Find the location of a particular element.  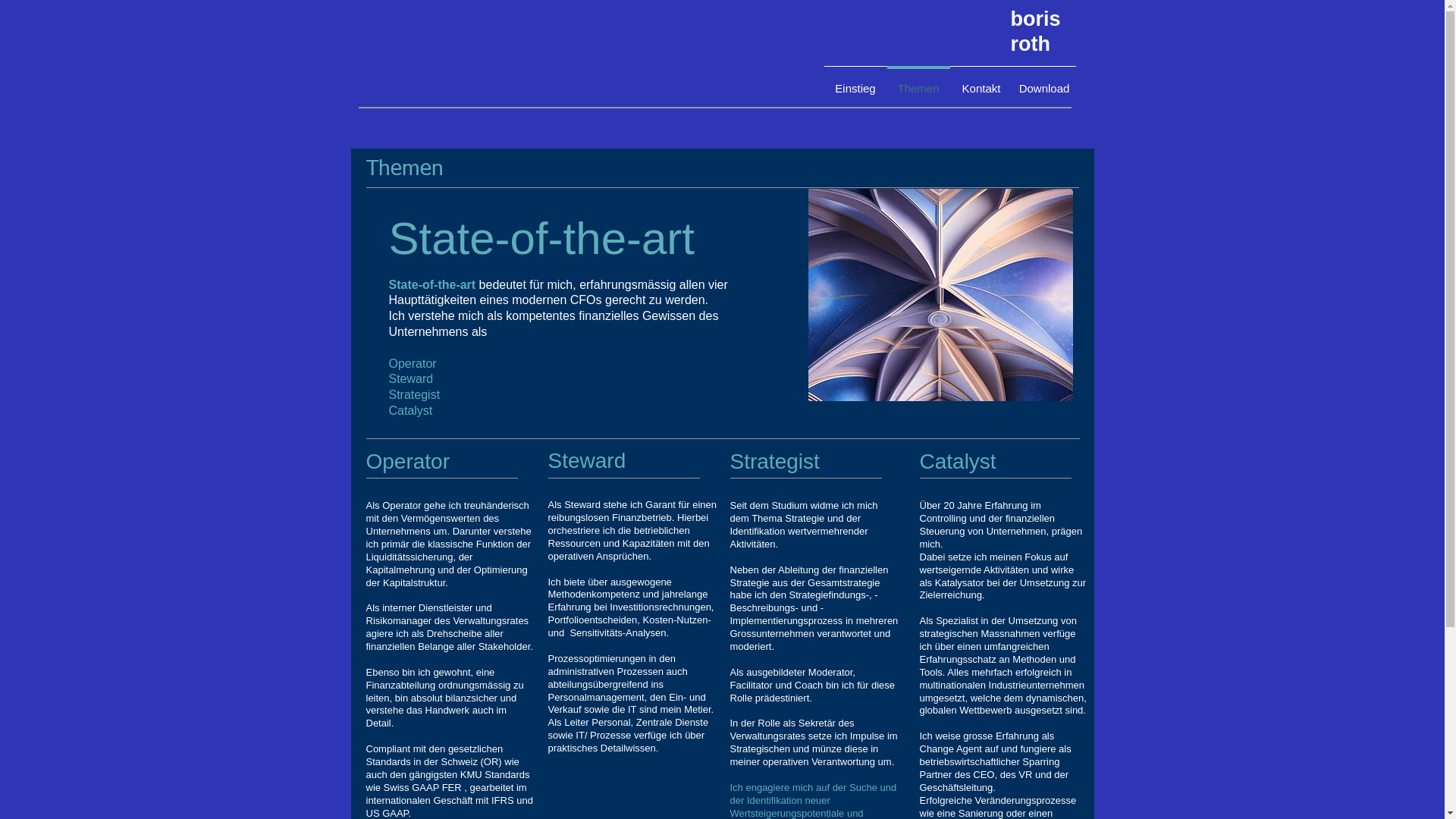

'Themen' is located at coordinates (403, 169).